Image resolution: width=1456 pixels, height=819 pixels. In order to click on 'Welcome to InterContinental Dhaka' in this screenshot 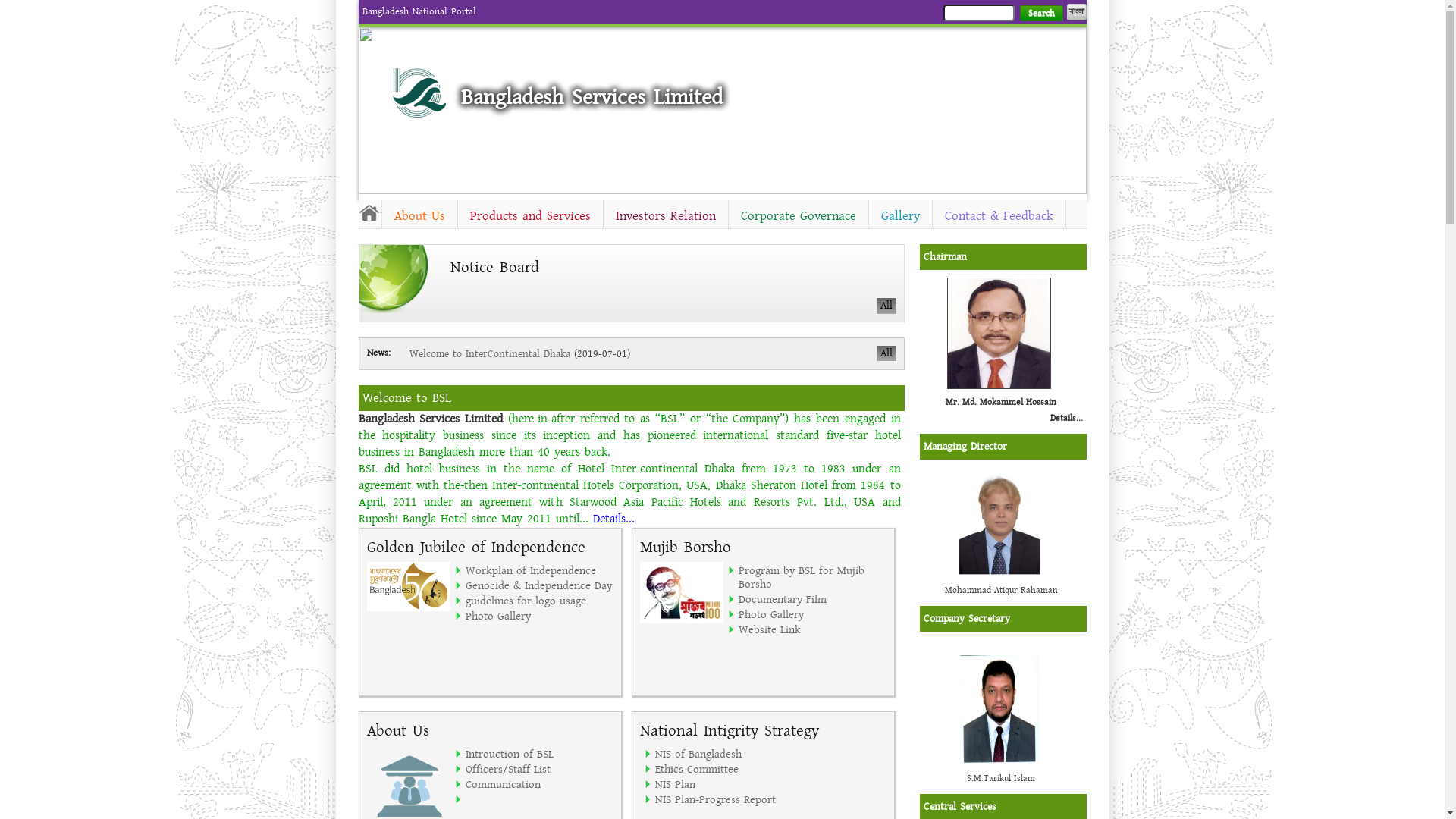, I will do `click(490, 353)`.